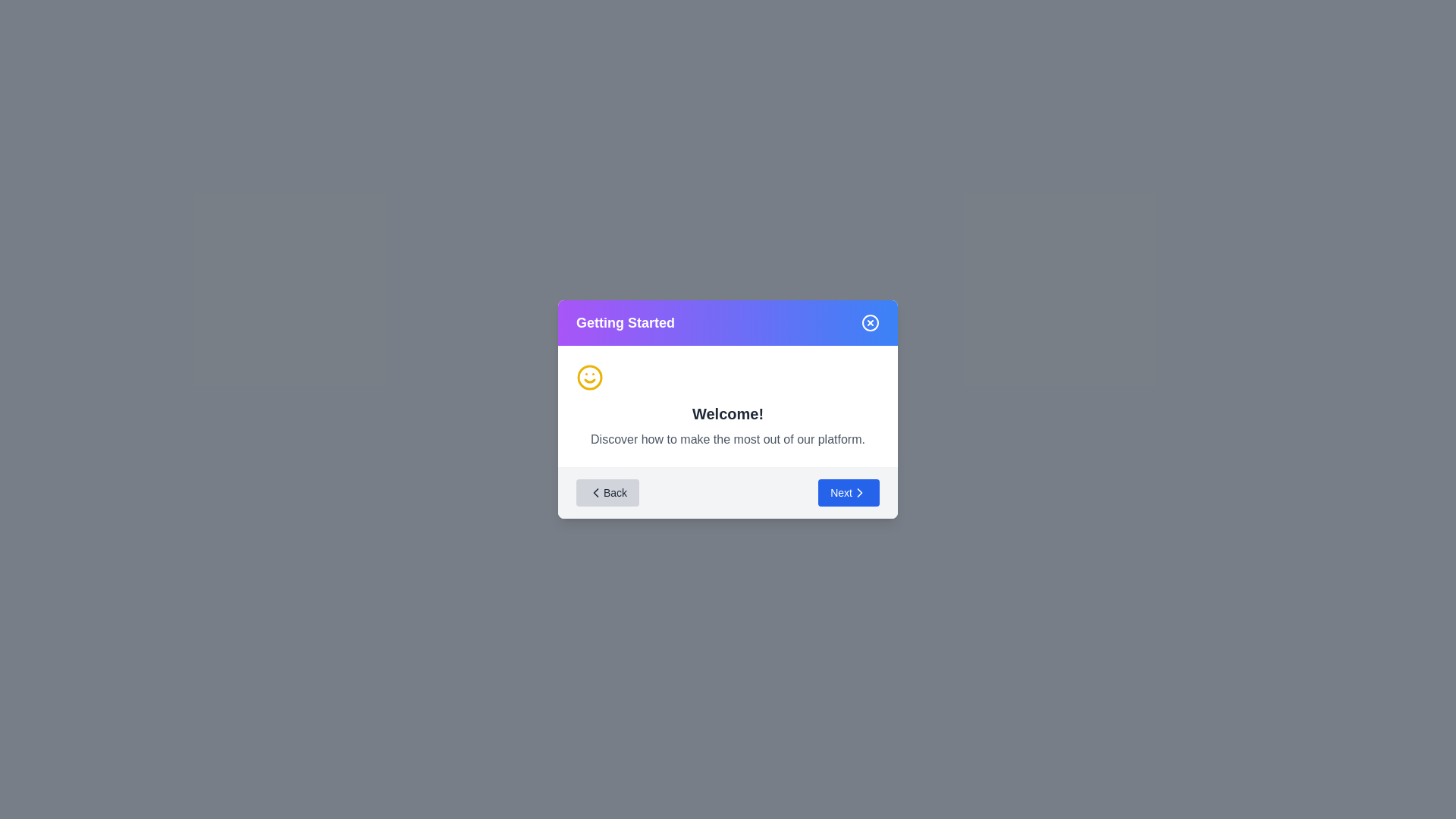 This screenshot has width=1456, height=819. What do you see at coordinates (595, 493) in the screenshot?
I see `the small triangular arrowhead icon pointing left, which is located at the center of the 'Back' button in the bottom-left corner of the dialog box` at bounding box center [595, 493].